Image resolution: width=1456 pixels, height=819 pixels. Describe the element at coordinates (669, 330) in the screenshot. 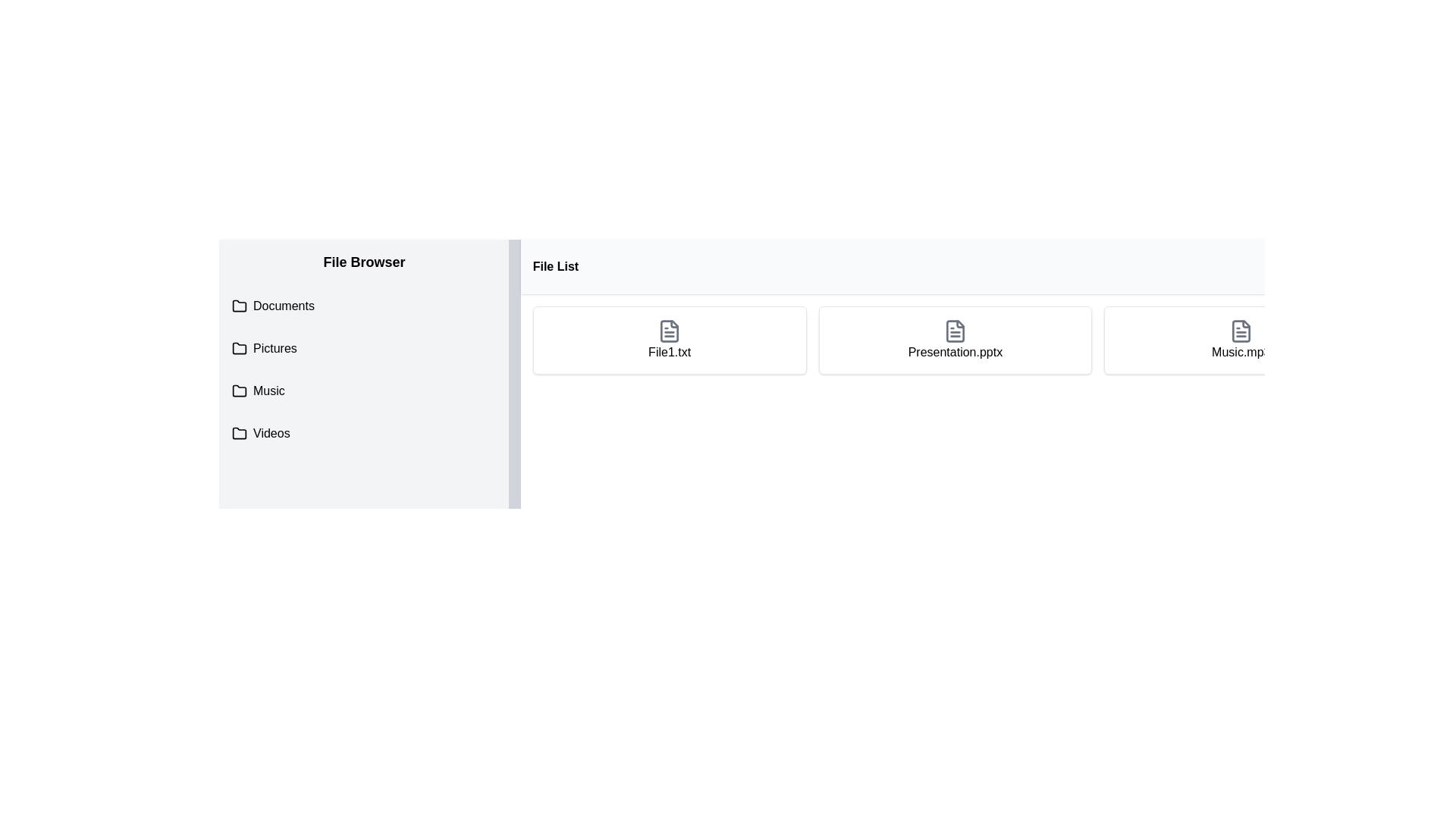

I see `the file document icon with a gray outline and white fill, which is located above the text 'File1.txt'` at that location.